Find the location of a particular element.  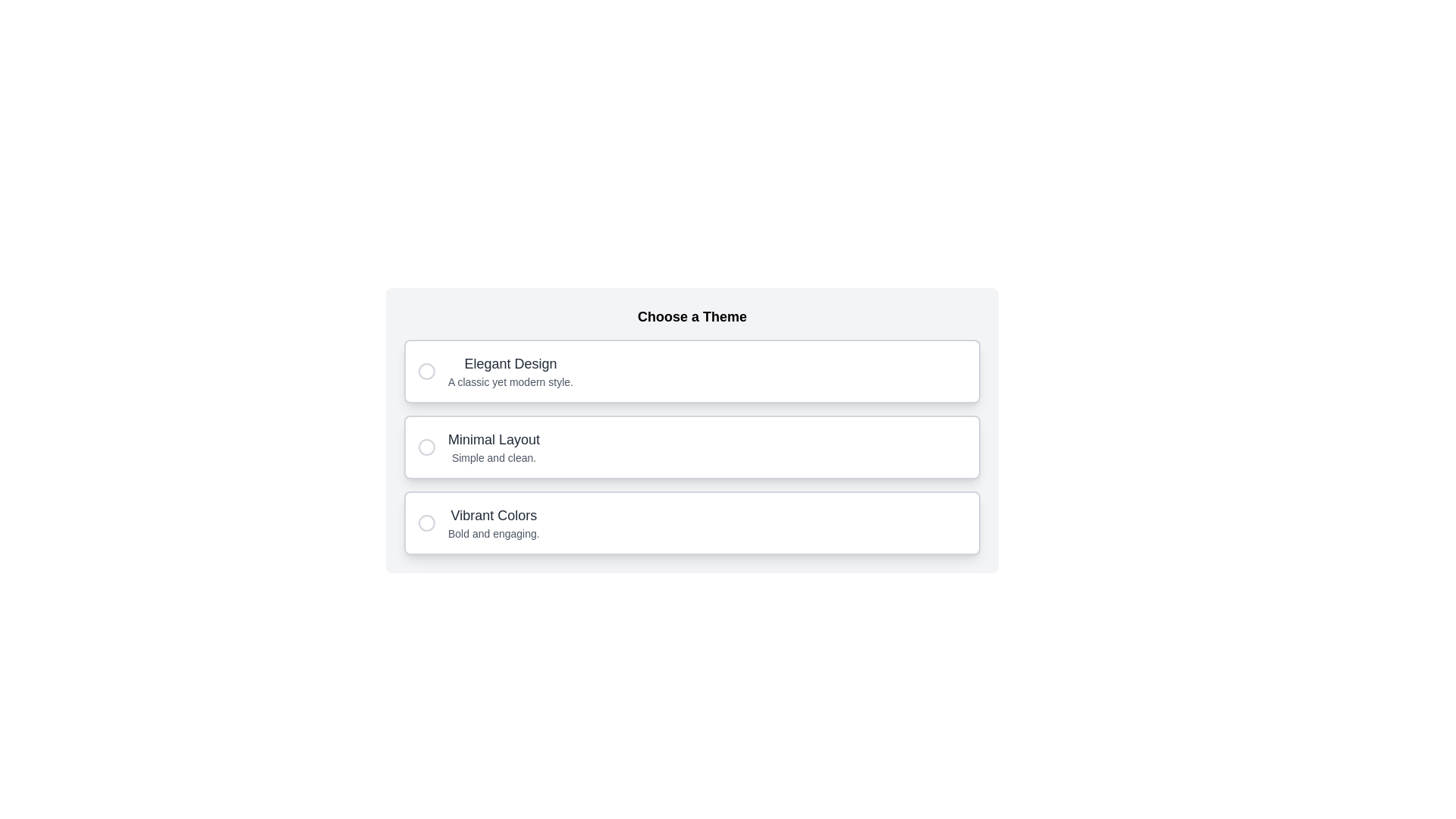

the 'Minimal Layout' text label is located at coordinates (494, 439).